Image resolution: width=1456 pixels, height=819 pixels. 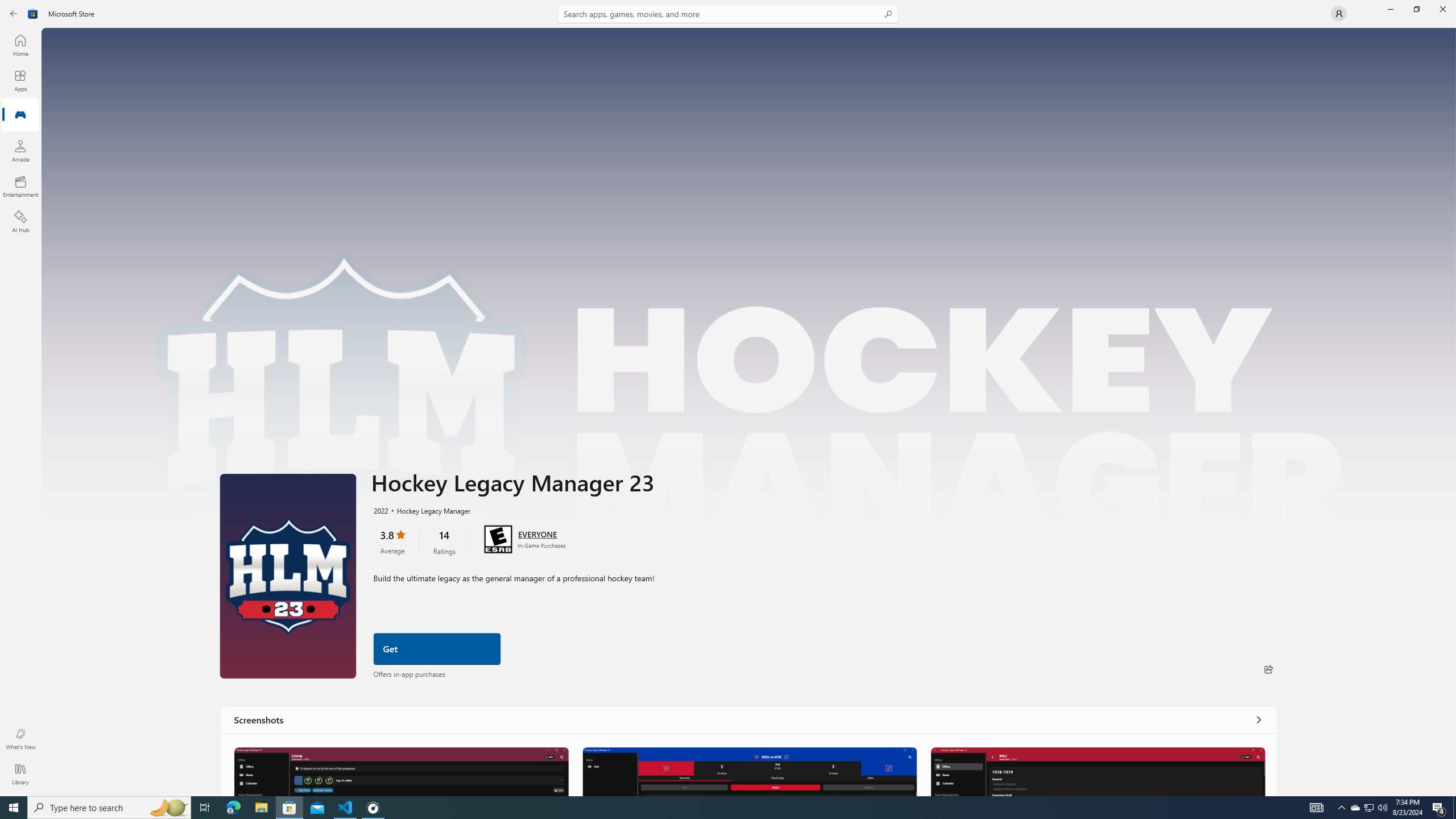 What do you see at coordinates (1442, 9) in the screenshot?
I see `'Close Microsoft Store'` at bounding box center [1442, 9].